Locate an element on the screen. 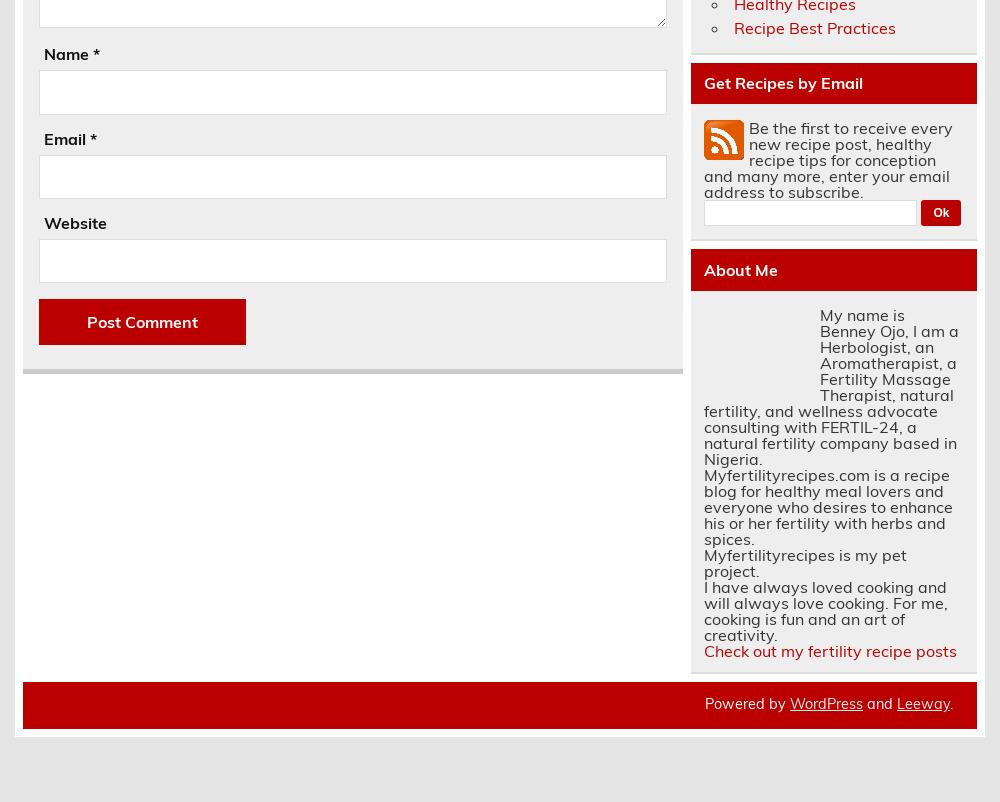  'Be the first to receive every new recipe post, healthy recipe tips for conception and many more, enter your email address to subscribe.' is located at coordinates (826, 158).